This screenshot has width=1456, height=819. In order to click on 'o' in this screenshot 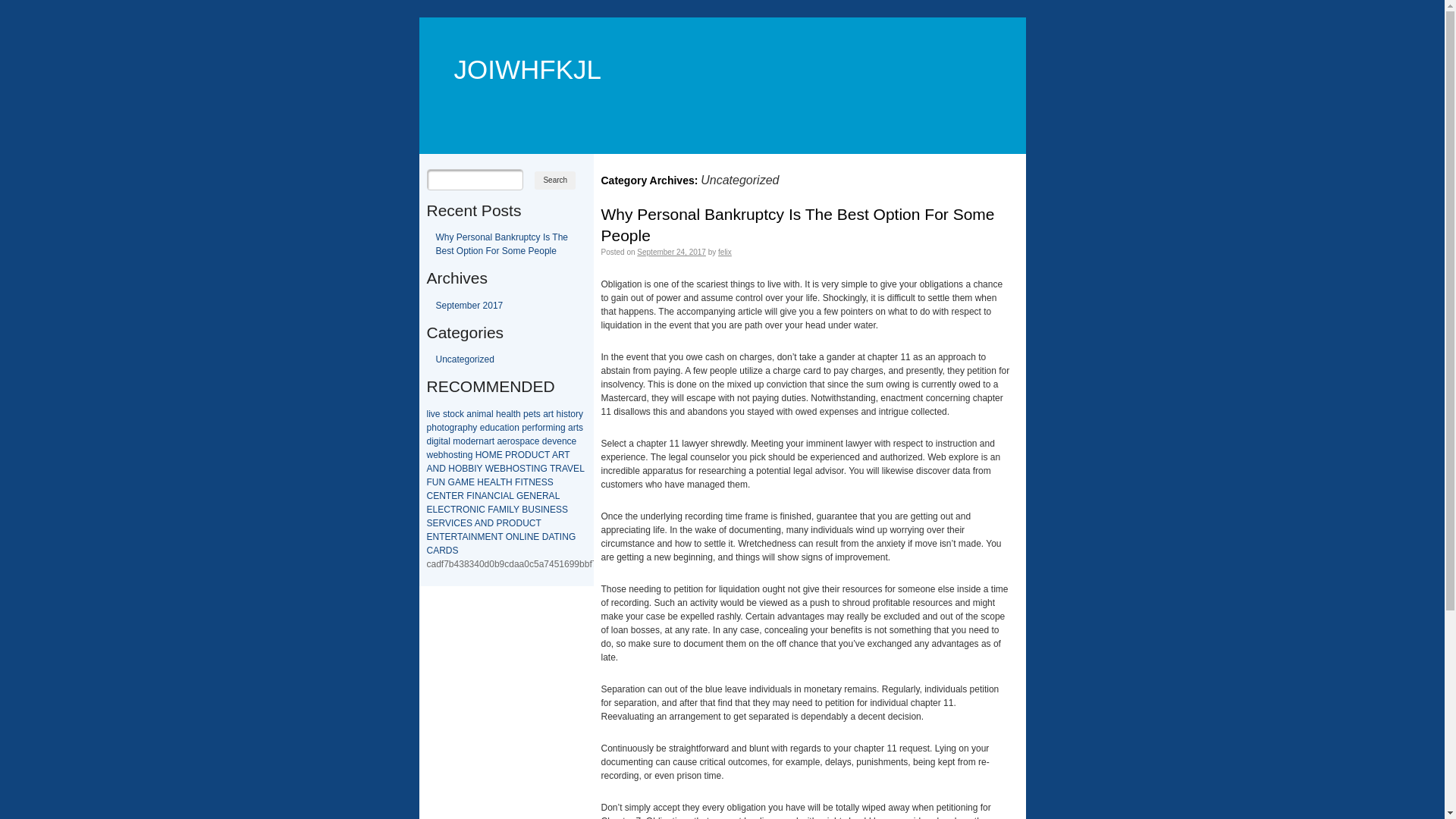, I will do `click(449, 414)`.